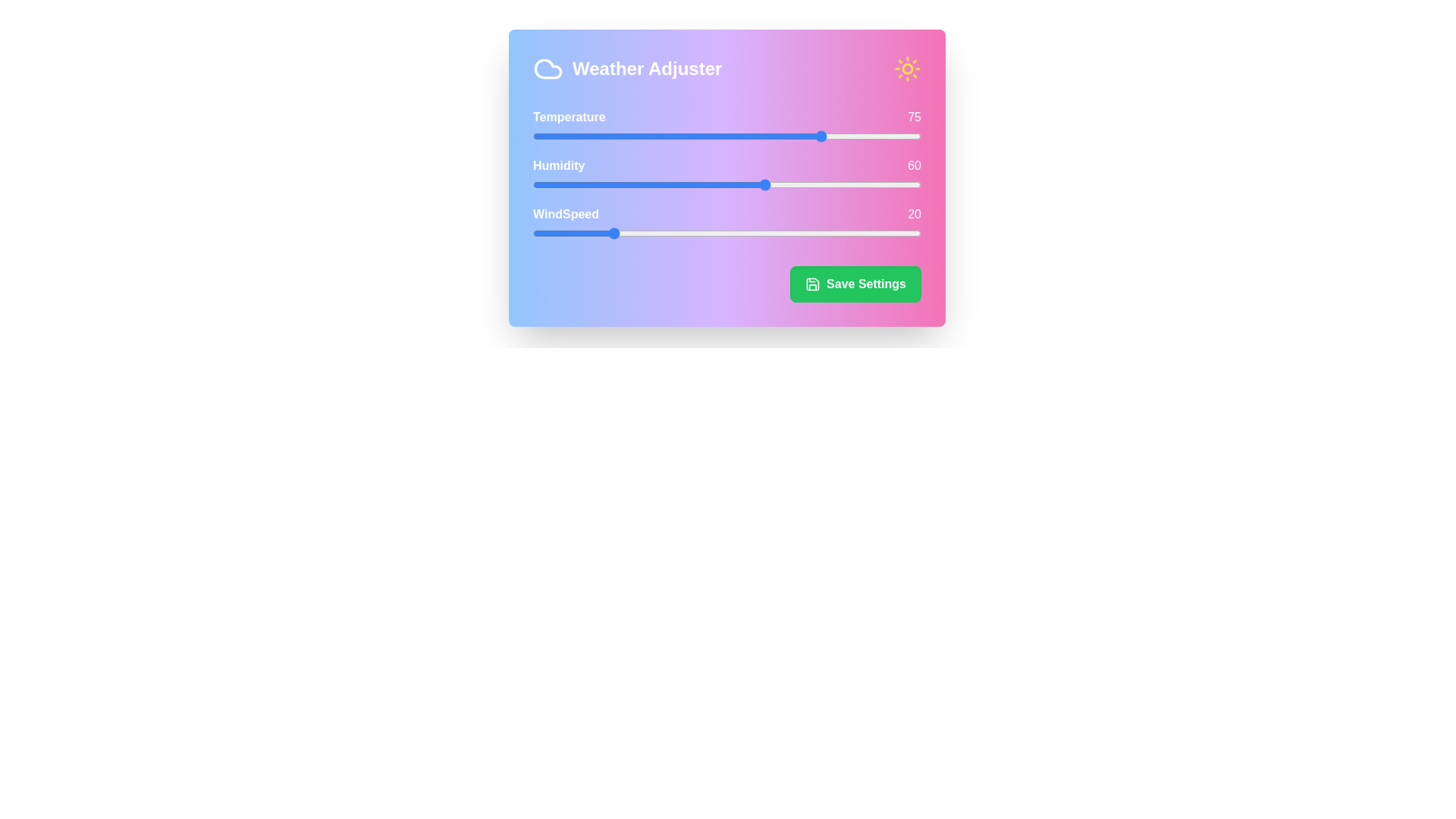 The height and width of the screenshot is (819, 1456). What do you see at coordinates (679, 136) in the screenshot?
I see `the temperature slider` at bounding box center [679, 136].